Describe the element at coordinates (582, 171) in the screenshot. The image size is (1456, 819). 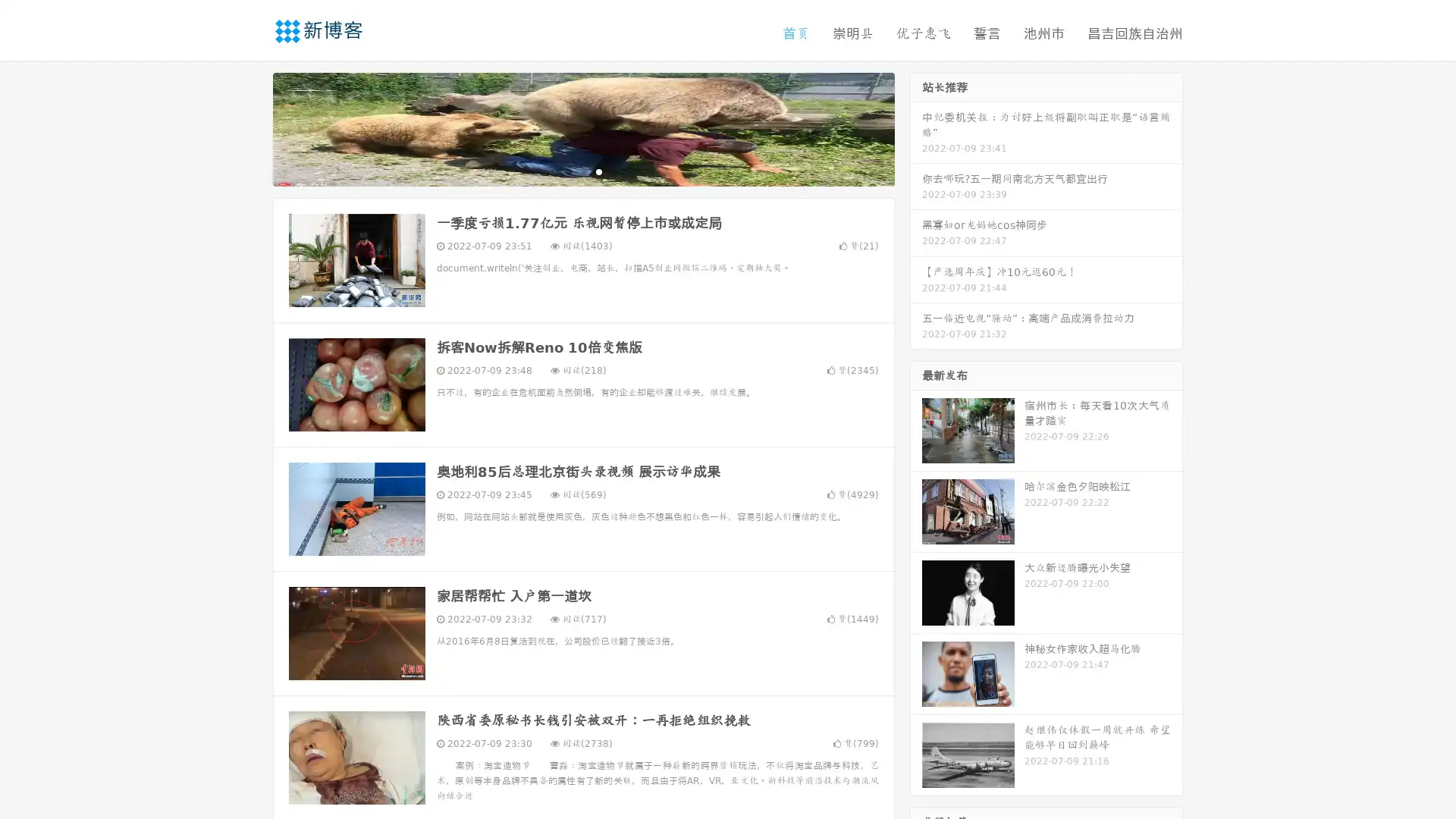
I see `Go to slide 2` at that location.